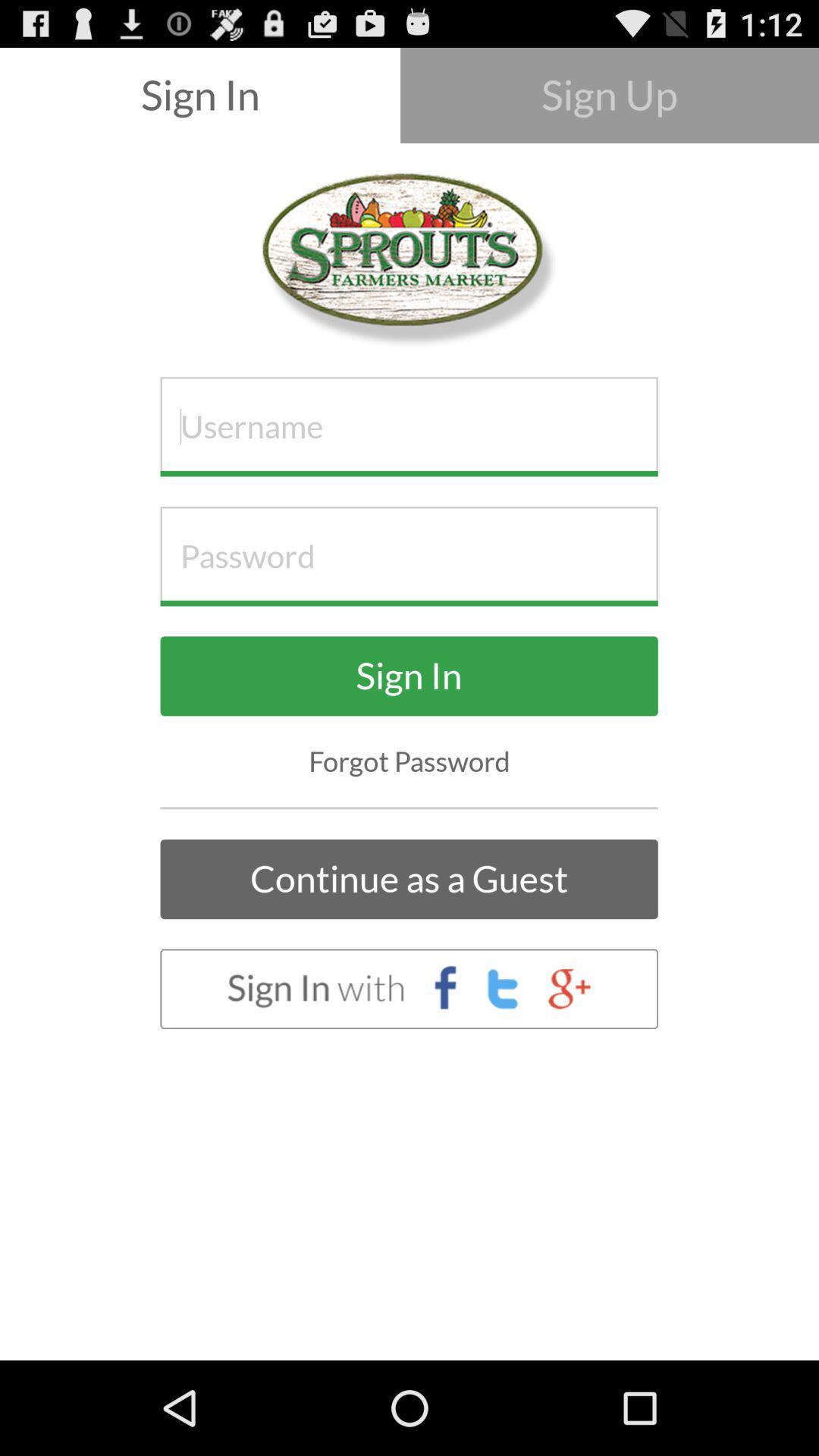  I want to click on the continue as a item, so click(408, 879).